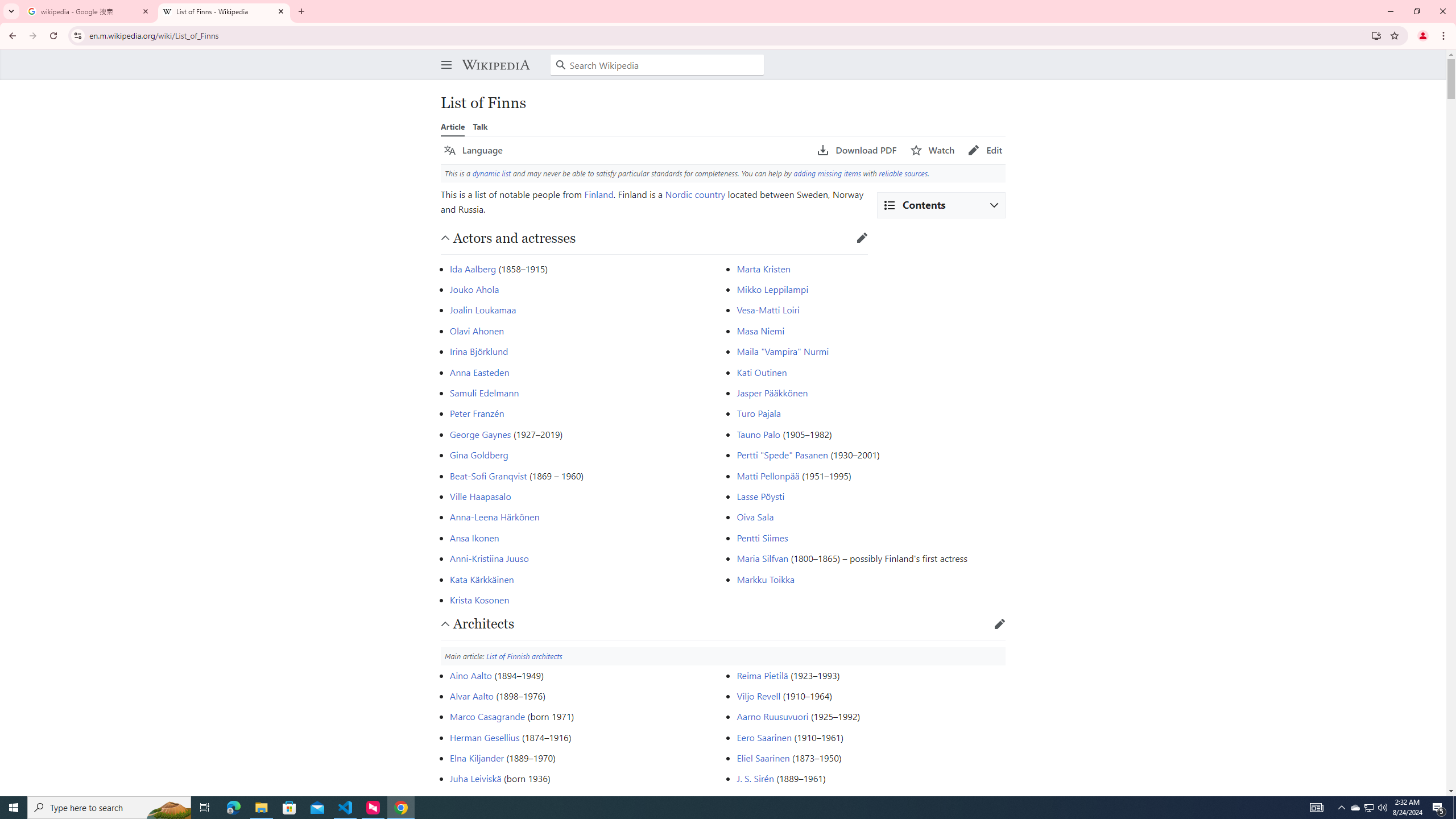  Describe the element at coordinates (484, 392) in the screenshot. I see `'Samuli Edelmann'` at that location.